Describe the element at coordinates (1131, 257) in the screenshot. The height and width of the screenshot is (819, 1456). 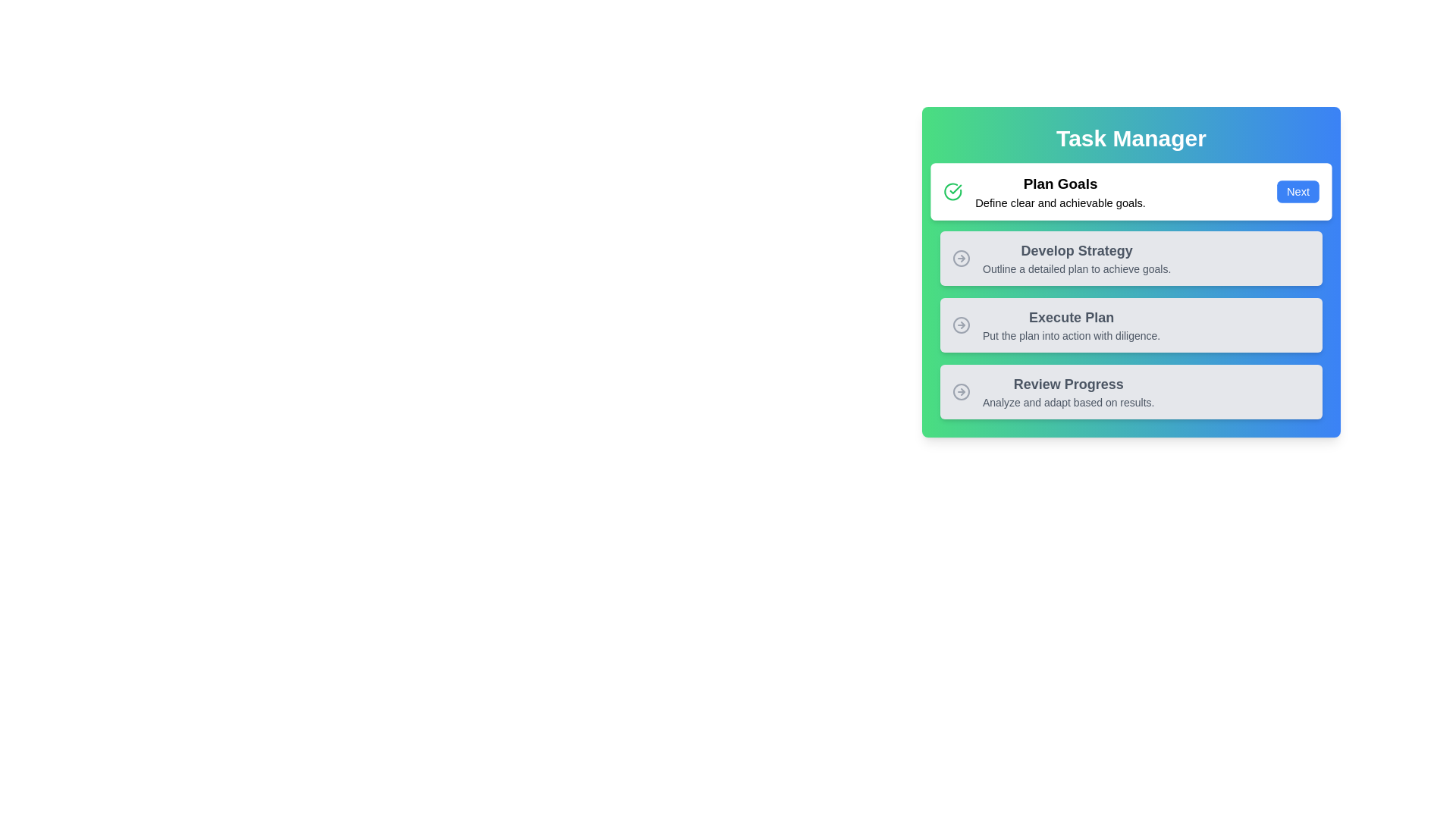
I see `the list item labeled 'Develop Strategy' within the 'Task Manager' panel` at that location.